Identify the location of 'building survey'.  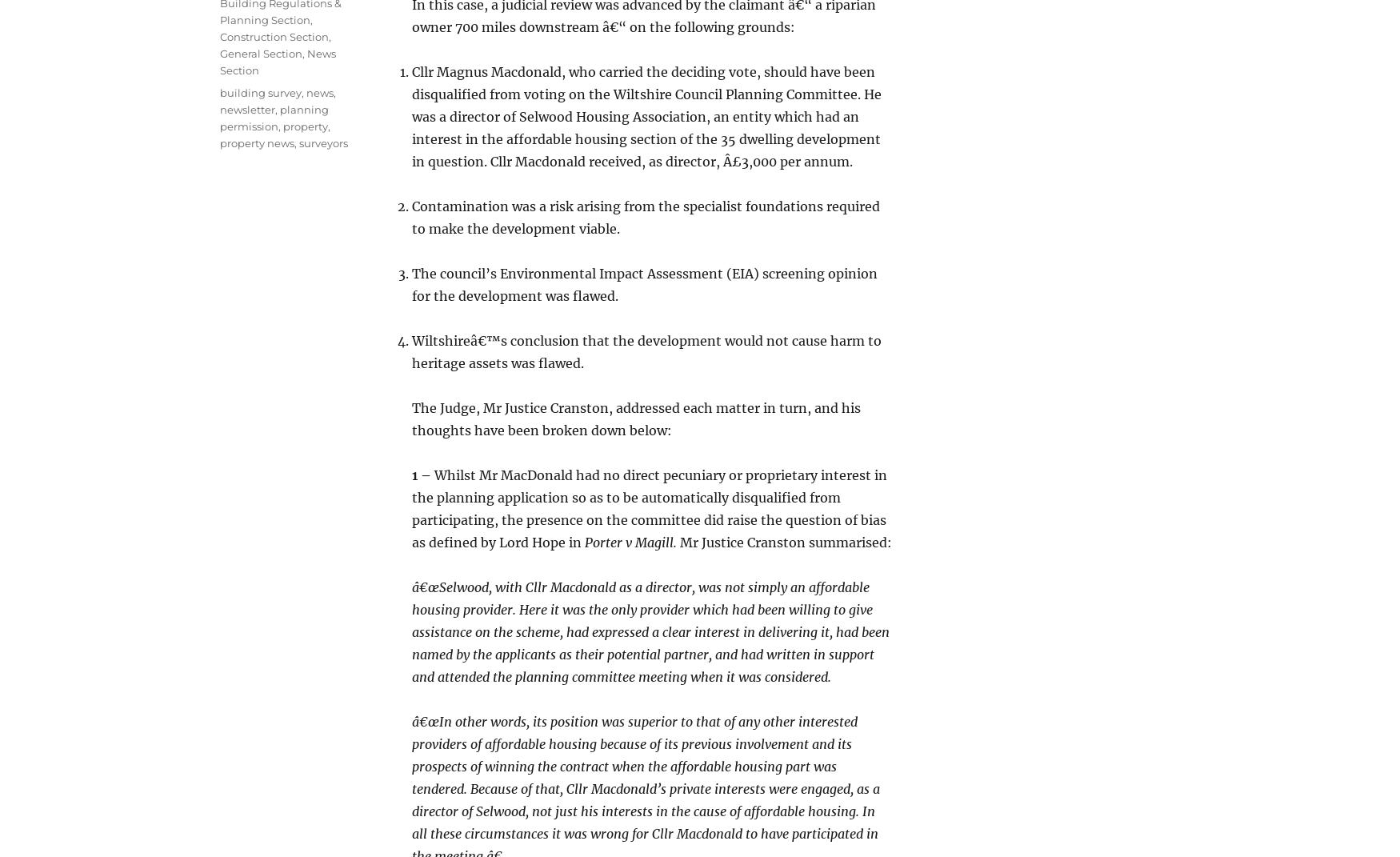
(261, 92).